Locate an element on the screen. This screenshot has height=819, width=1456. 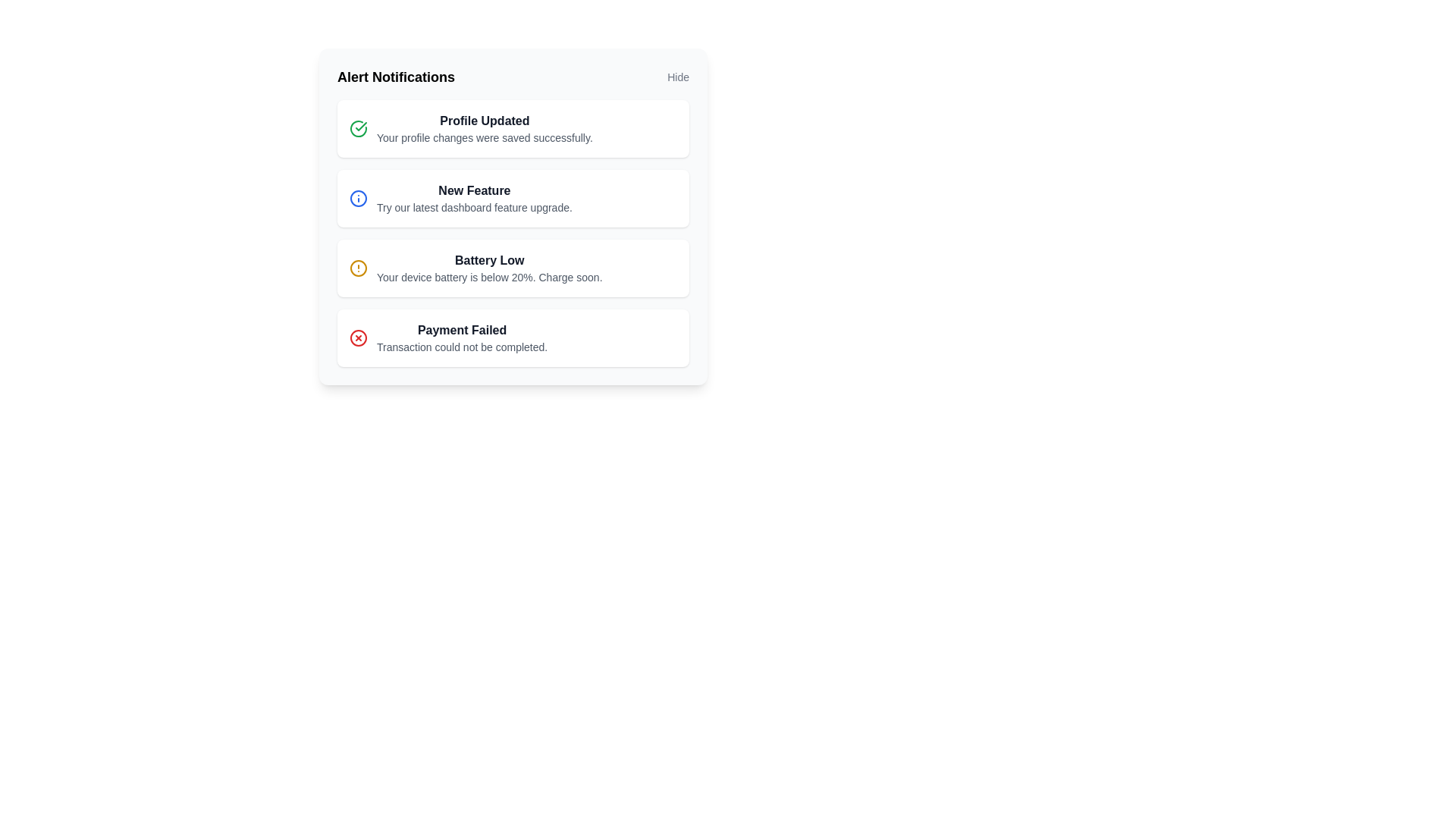
text content of the informational text block located to the right of a blue circular icon in the second row of the alert notification list is located at coordinates (473, 198).